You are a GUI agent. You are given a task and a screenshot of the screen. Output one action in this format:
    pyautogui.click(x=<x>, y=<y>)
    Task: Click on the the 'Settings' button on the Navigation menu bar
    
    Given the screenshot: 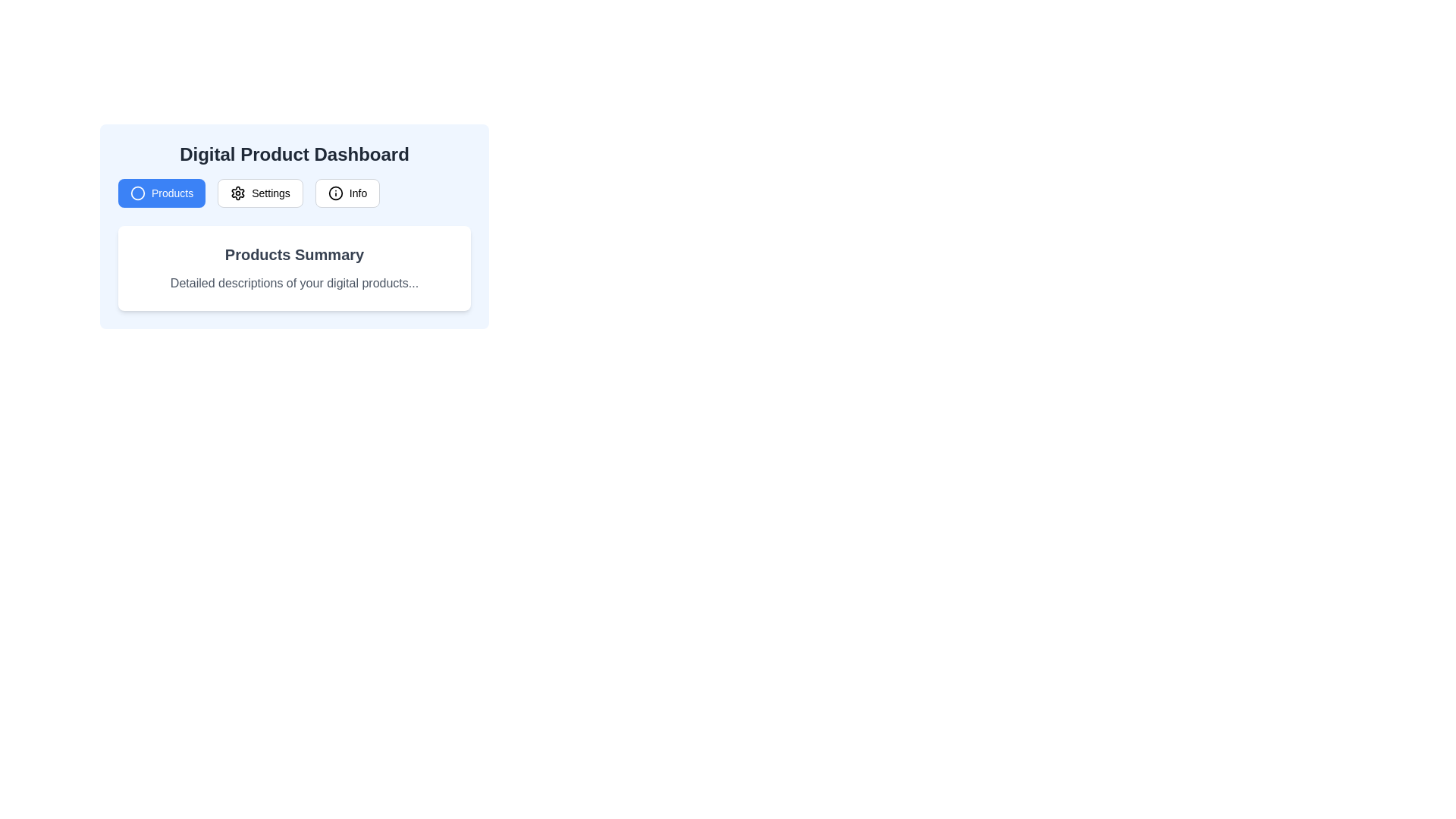 What is the action you would take?
    pyautogui.click(x=294, y=192)
    